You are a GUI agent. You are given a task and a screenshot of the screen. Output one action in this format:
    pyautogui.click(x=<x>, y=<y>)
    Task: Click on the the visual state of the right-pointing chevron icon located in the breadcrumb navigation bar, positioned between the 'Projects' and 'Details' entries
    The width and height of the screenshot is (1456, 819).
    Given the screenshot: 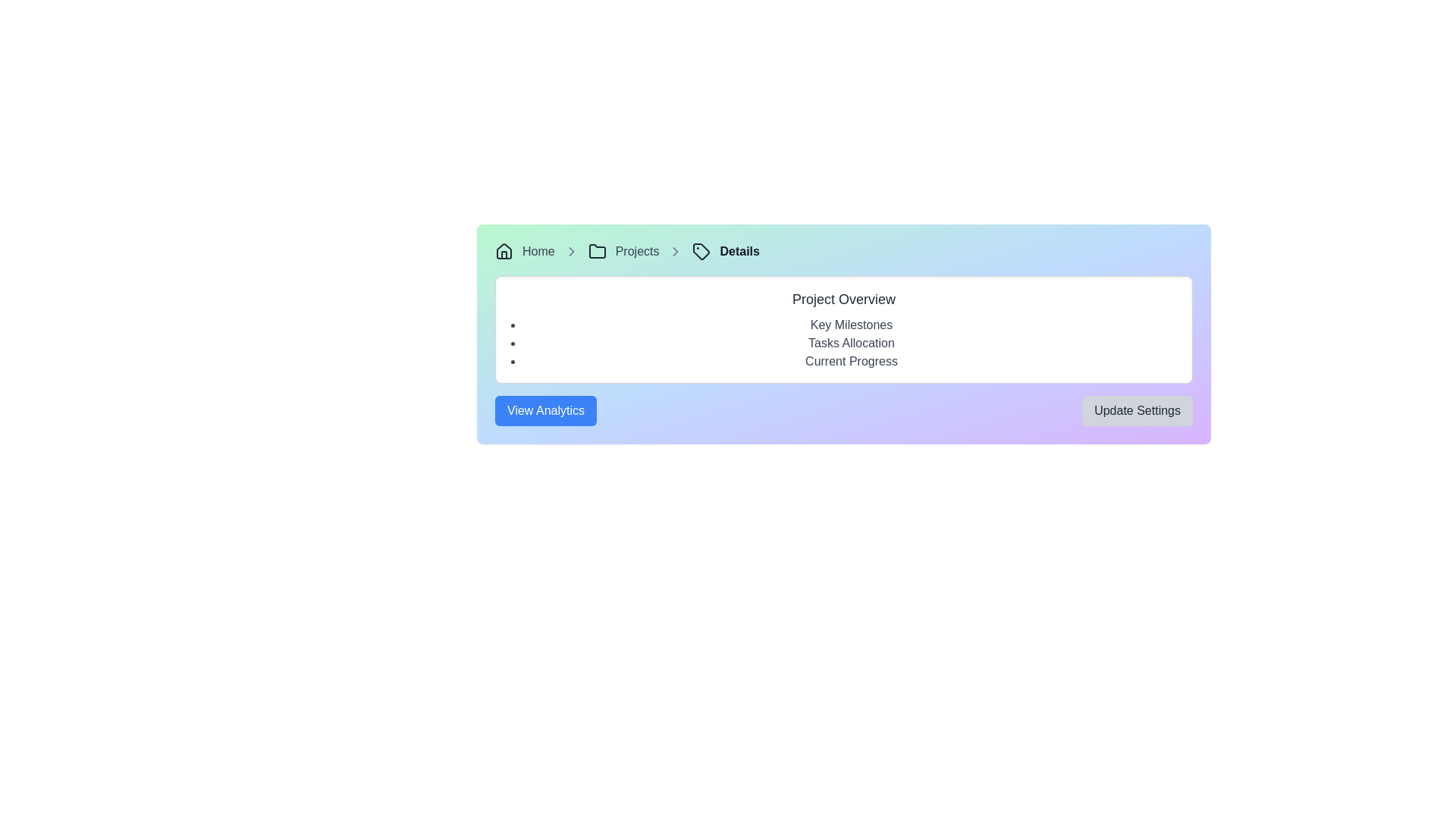 What is the action you would take?
    pyautogui.click(x=675, y=250)
    